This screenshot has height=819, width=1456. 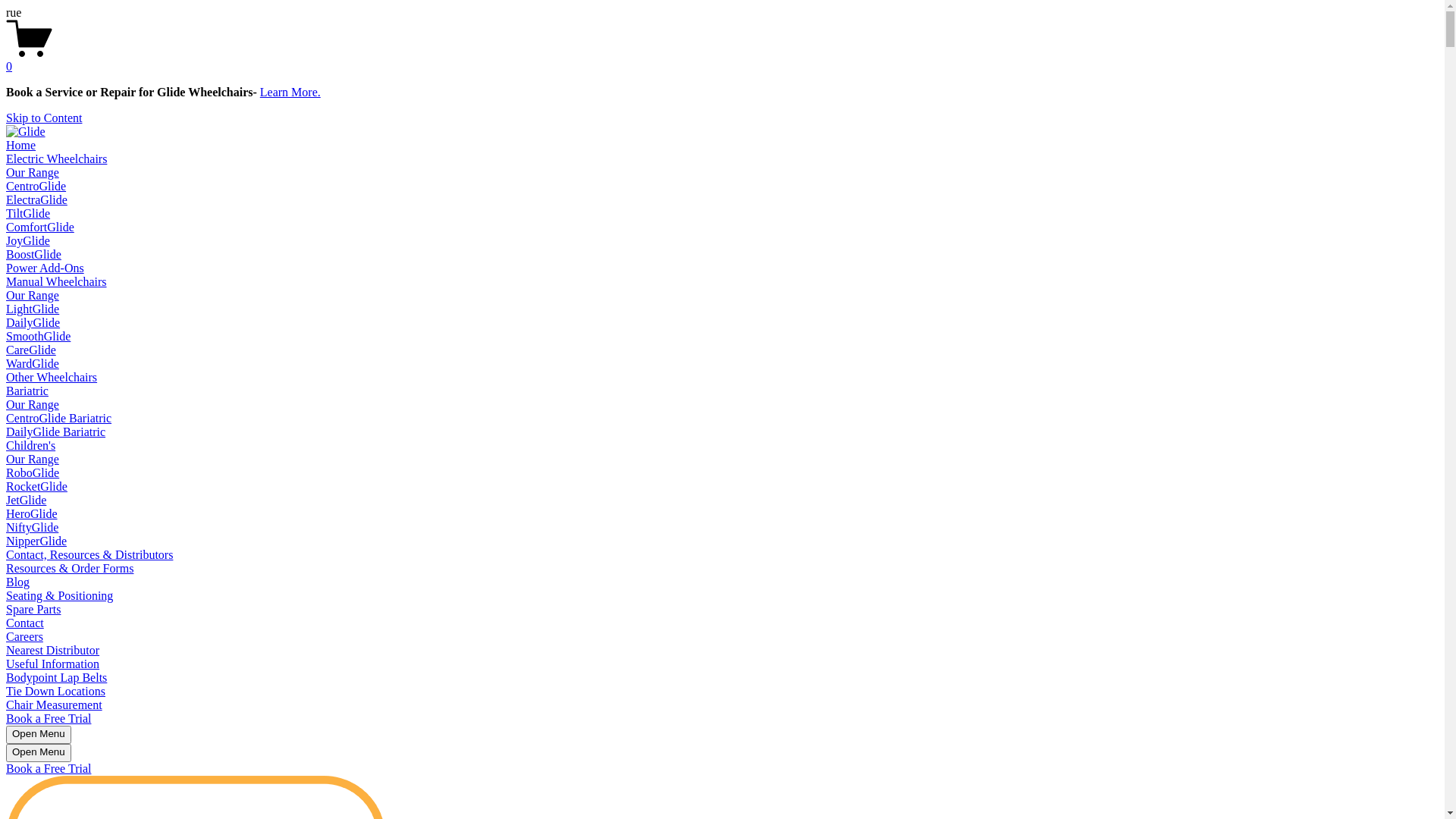 I want to click on 'DailyGlide', so click(x=33, y=322).